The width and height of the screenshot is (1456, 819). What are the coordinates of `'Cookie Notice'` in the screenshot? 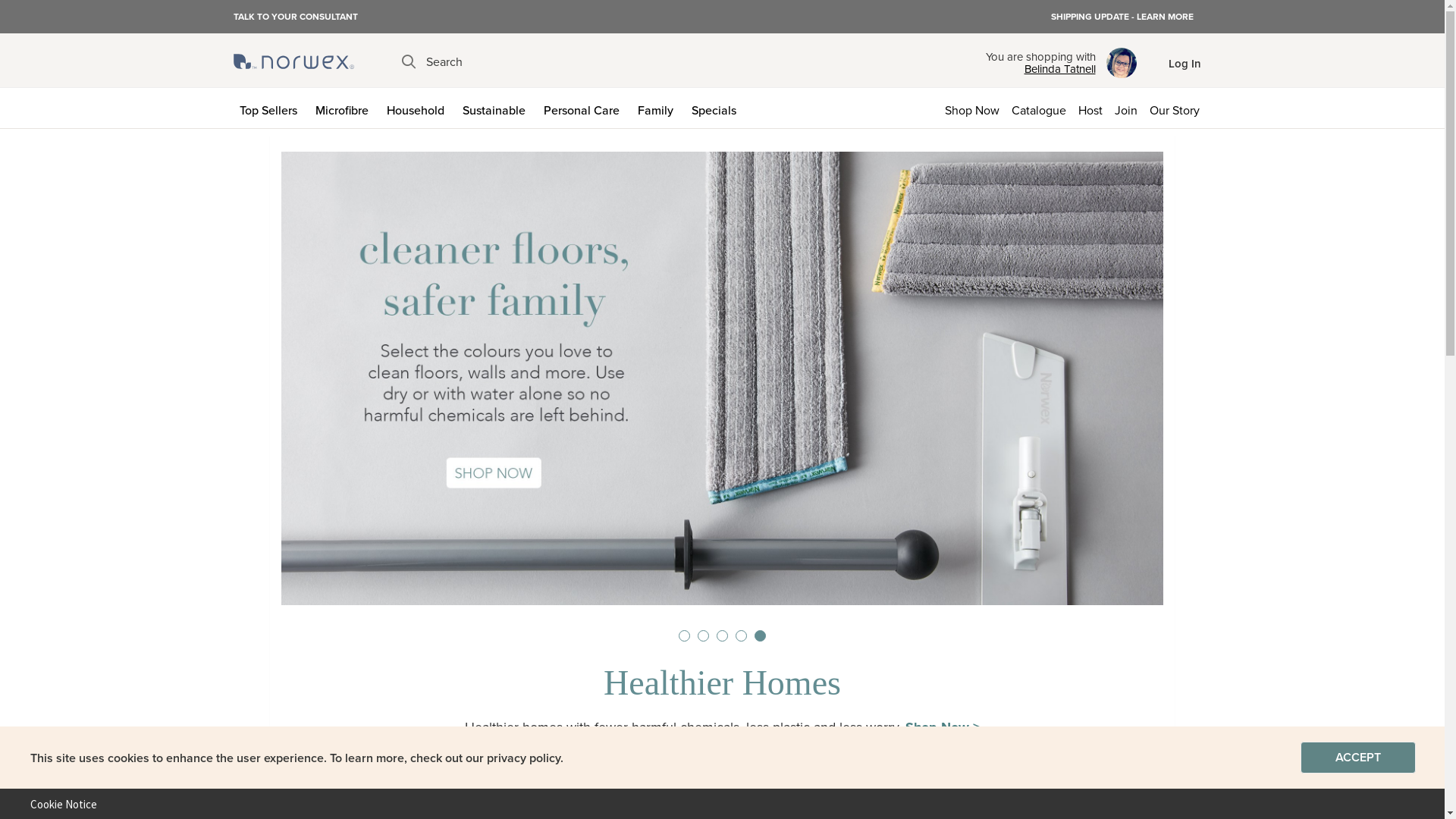 It's located at (58, 802).